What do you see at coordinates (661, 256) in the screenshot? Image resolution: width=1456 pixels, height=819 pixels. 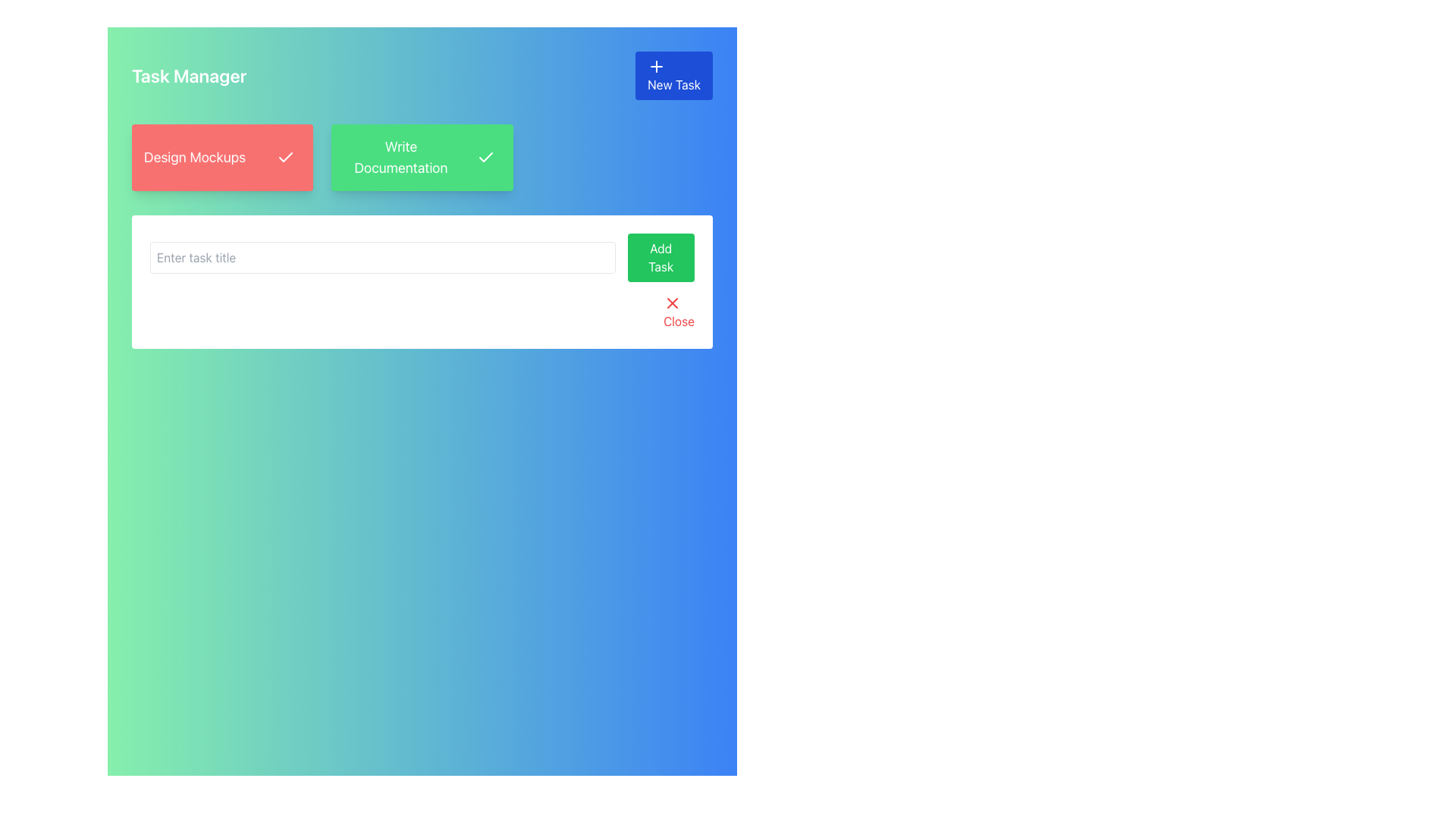 I see `the 'Add Task' button, which is a green rectangular button with rounded corners and white text, located at the bottom right corner of a white rectangle` at bounding box center [661, 256].